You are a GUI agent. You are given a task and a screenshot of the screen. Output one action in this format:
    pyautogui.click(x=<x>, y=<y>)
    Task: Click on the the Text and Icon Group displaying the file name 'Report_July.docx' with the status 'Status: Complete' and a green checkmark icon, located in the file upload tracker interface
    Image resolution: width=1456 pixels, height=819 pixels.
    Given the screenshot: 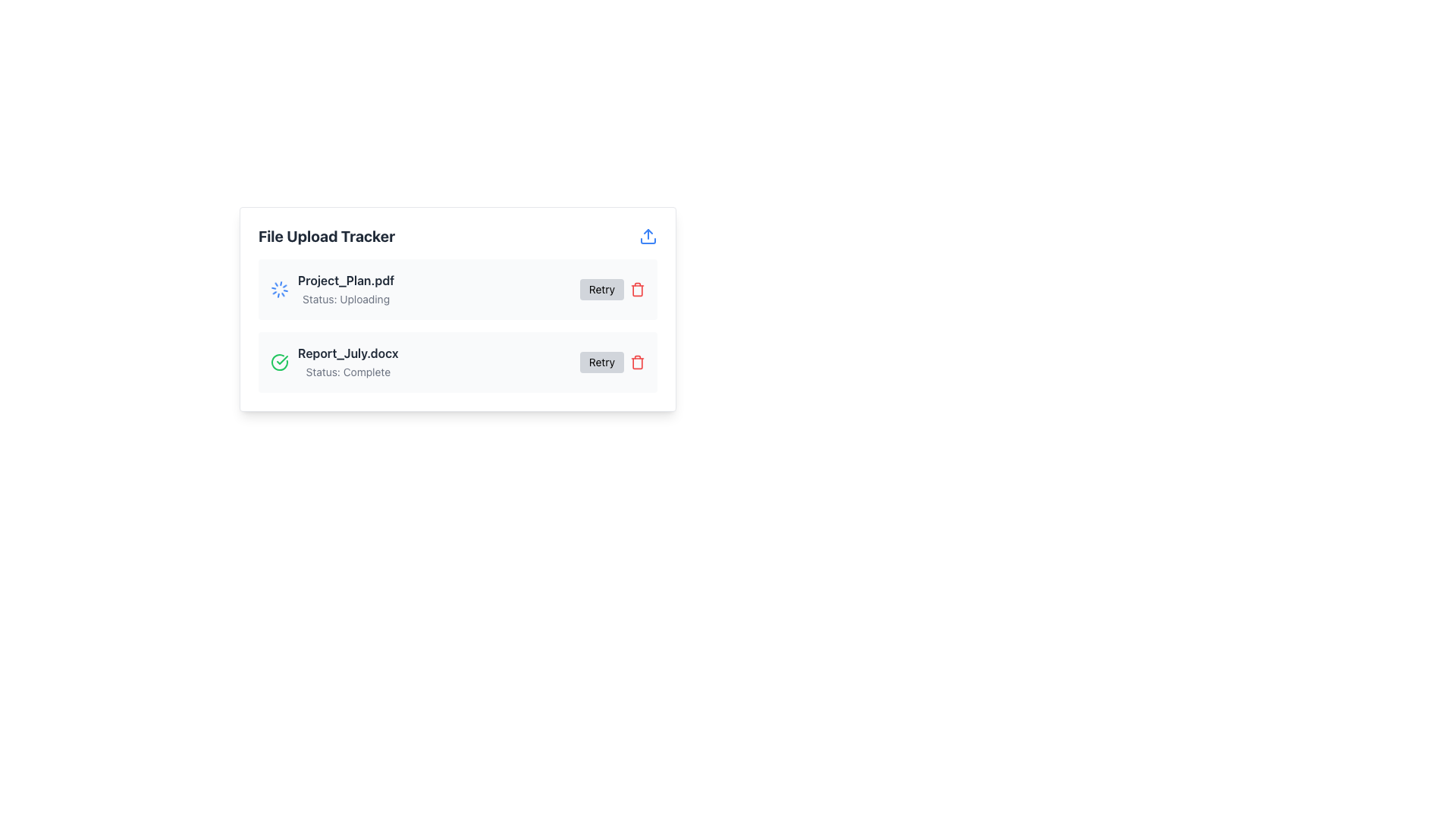 What is the action you would take?
    pyautogui.click(x=334, y=362)
    